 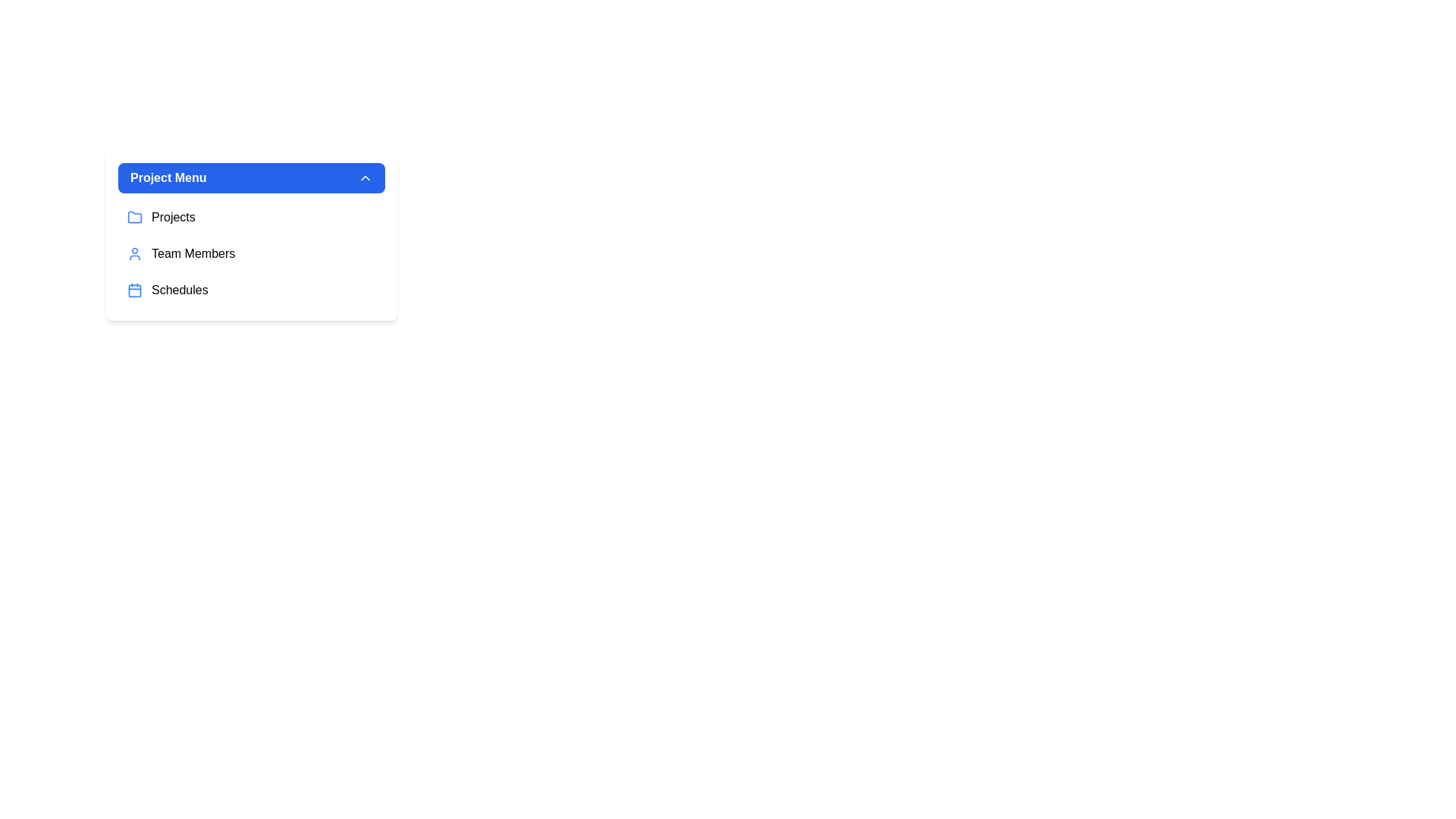 I want to click on the menu item Team Members to highlight it, so click(x=251, y=253).